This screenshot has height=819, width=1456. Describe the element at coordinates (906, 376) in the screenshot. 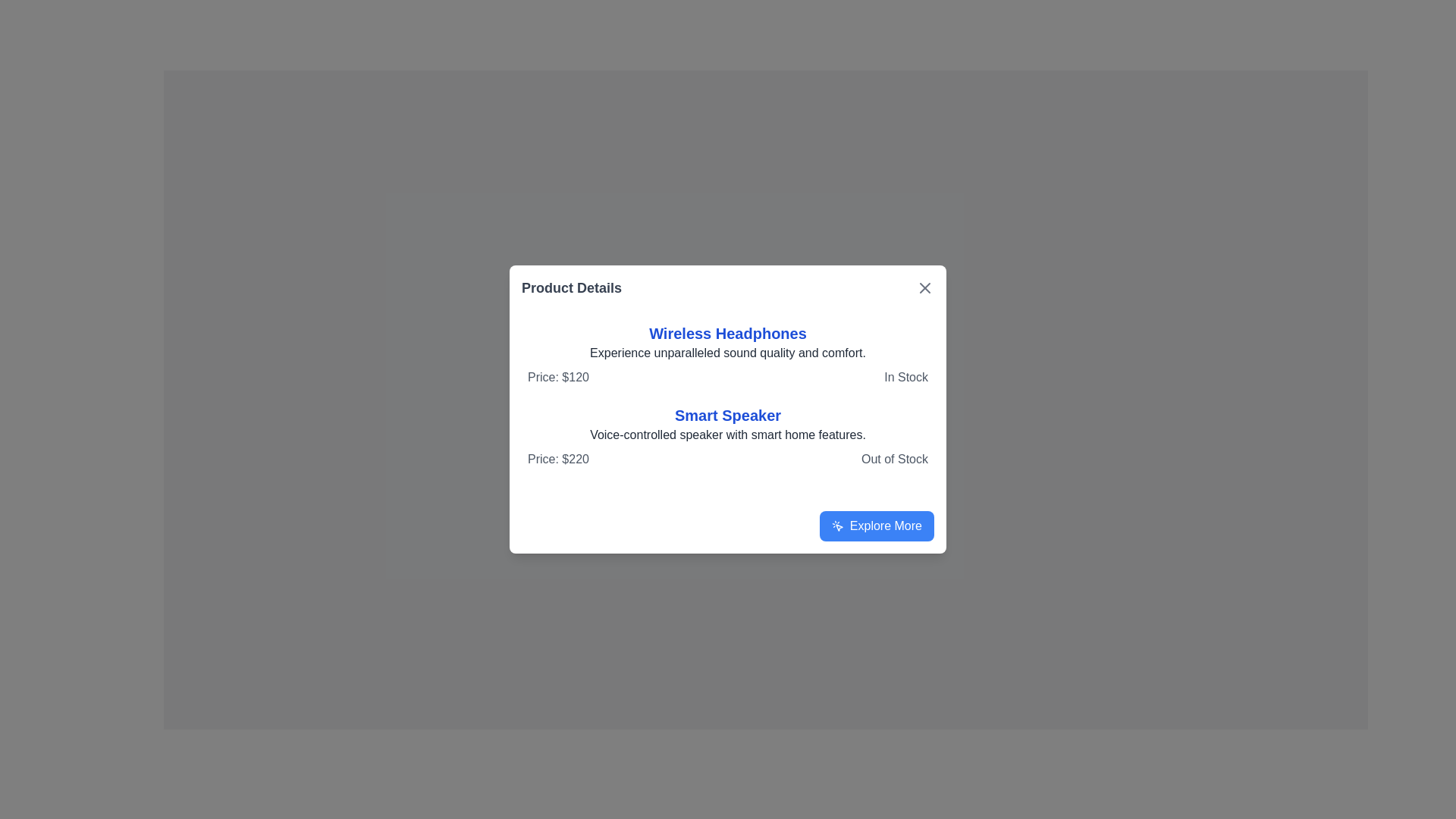

I see `availability status label located to the right of the 'Price: $120' text in the product information card layout` at that location.